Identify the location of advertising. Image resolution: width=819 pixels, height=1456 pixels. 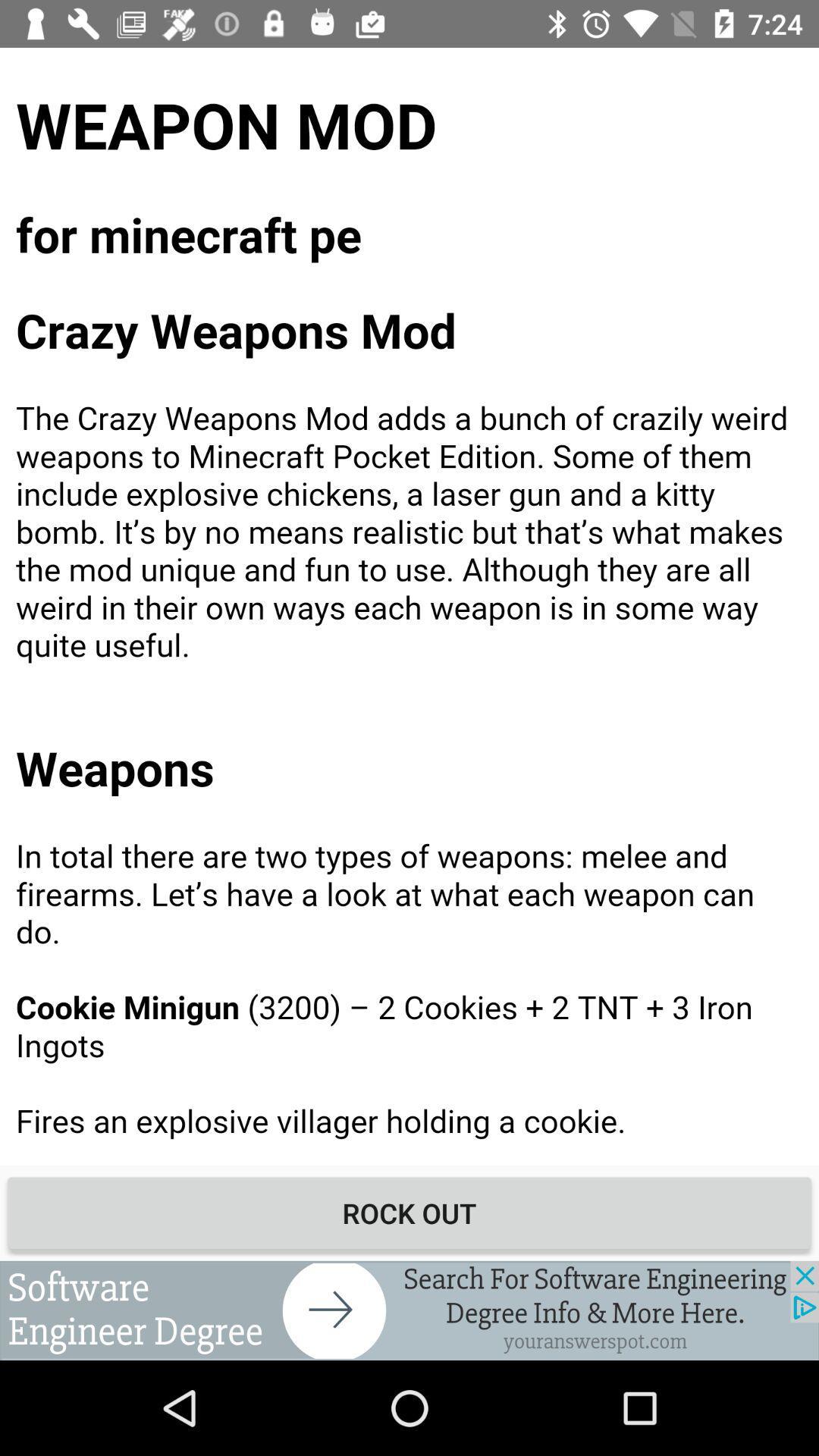
(409, 1310).